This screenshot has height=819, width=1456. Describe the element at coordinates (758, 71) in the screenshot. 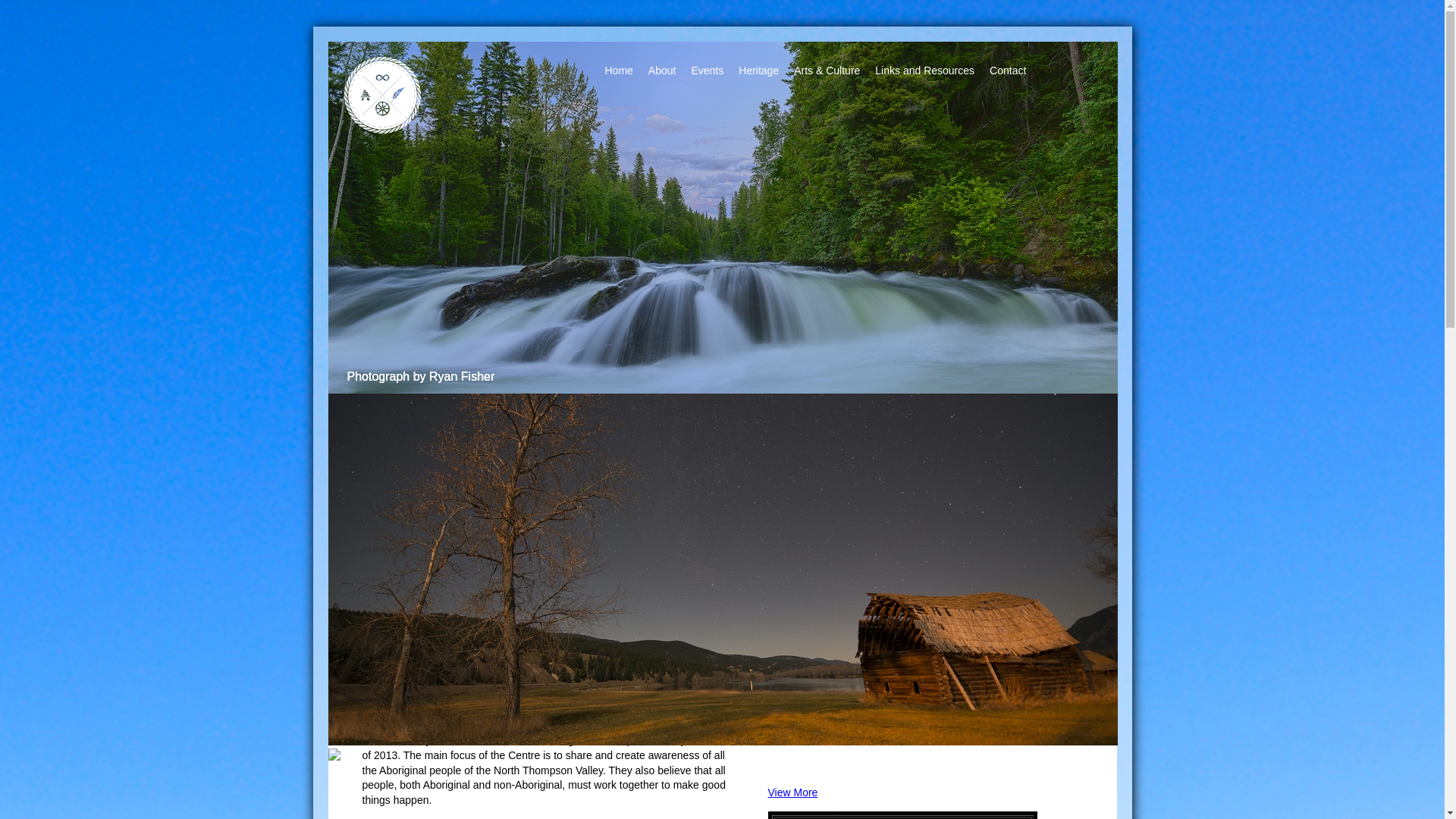

I see `'Heritage'` at that location.